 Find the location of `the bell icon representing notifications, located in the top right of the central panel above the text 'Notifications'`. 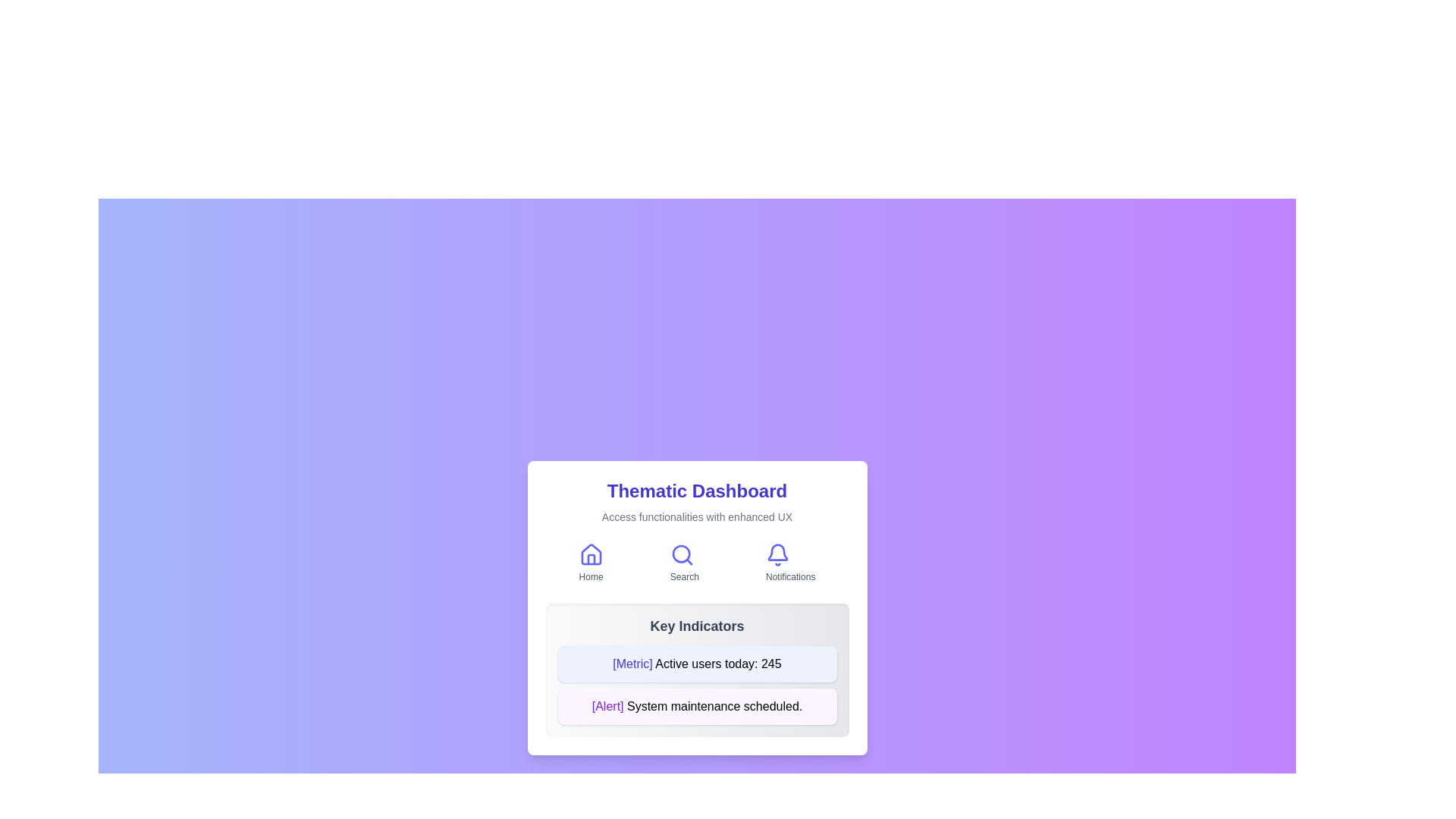

the bell icon representing notifications, located in the top right of the central panel above the text 'Notifications' is located at coordinates (778, 555).